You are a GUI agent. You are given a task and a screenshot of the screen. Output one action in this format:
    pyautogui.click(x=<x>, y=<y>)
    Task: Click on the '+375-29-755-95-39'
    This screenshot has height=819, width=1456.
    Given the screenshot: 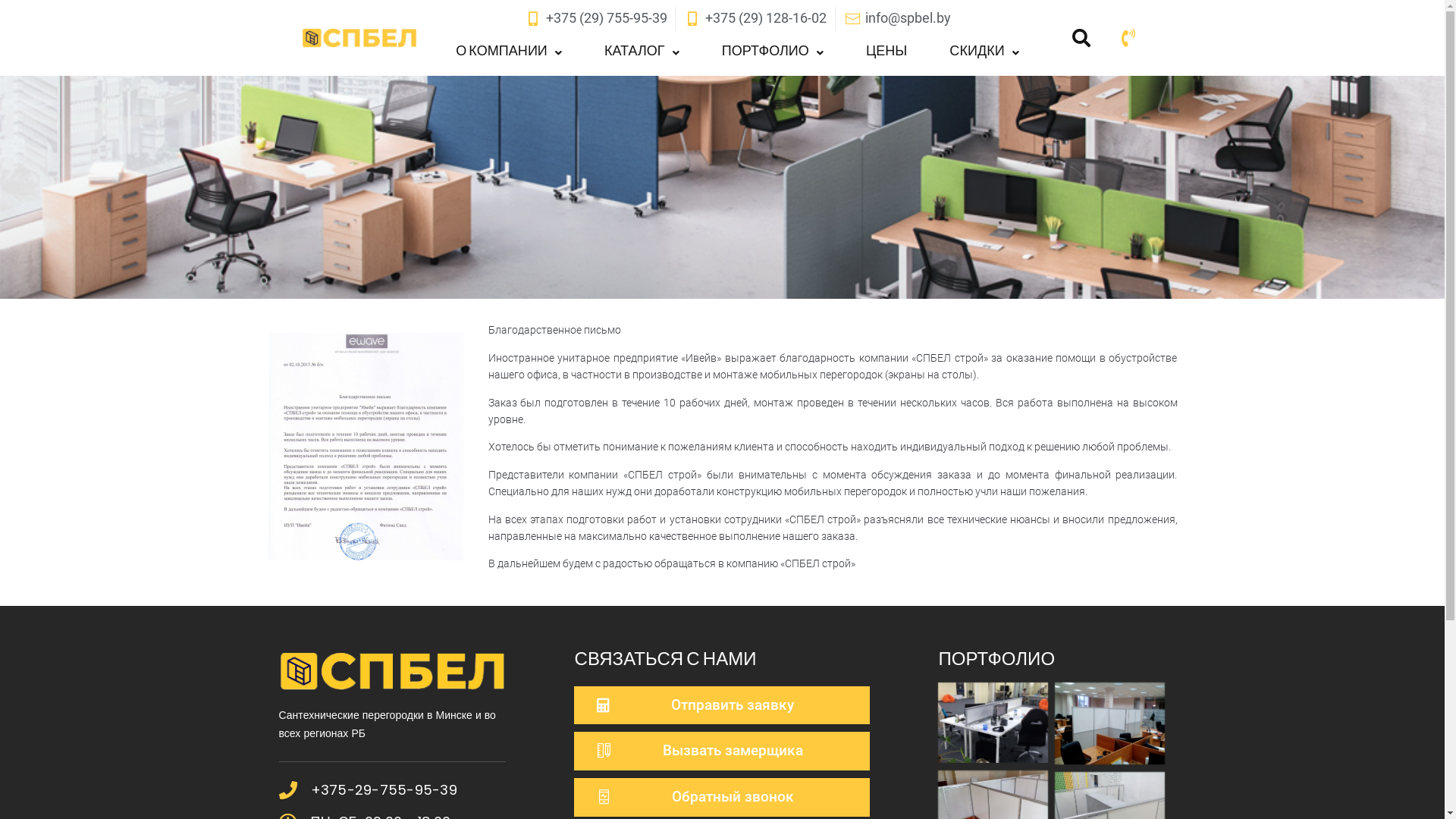 What is the action you would take?
    pyautogui.click(x=384, y=789)
    